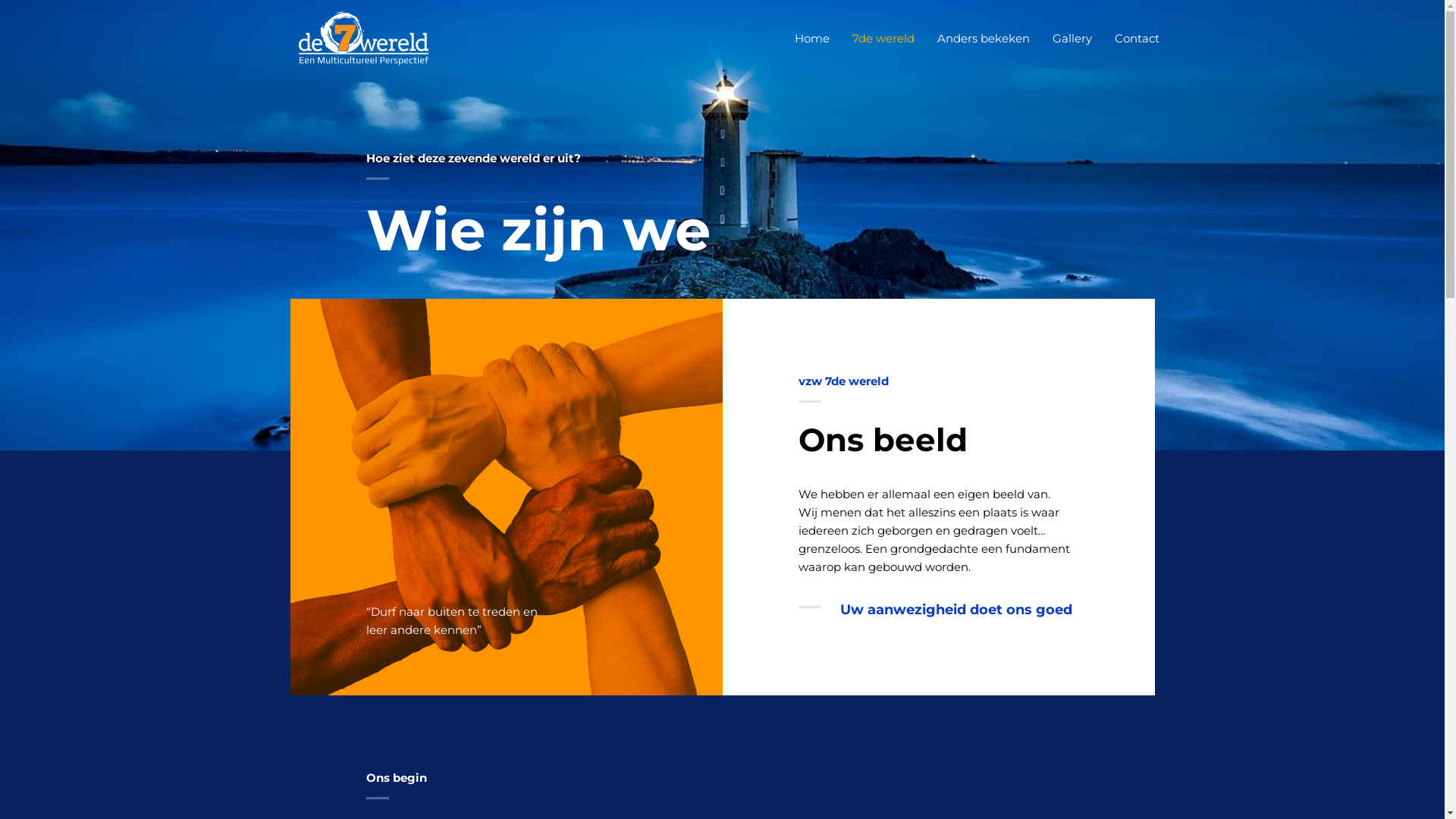  I want to click on 'Gallery', so click(1040, 37).